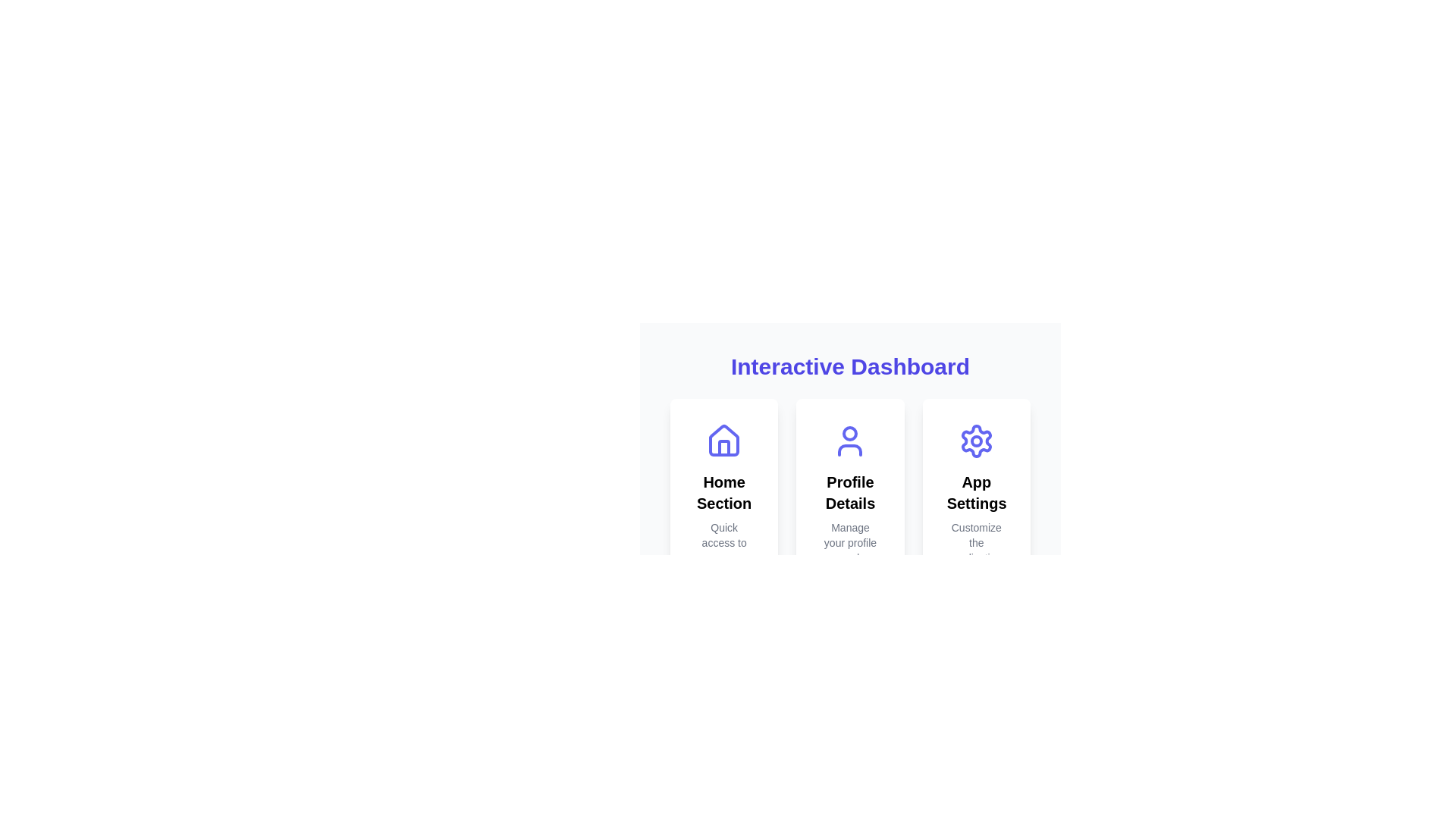  I want to click on the second card in the grid layout, which features a white background, a centered indigo user icon, and the text 'Profile Details' and 'Manage your profile and preferences.', so click(850, 516).